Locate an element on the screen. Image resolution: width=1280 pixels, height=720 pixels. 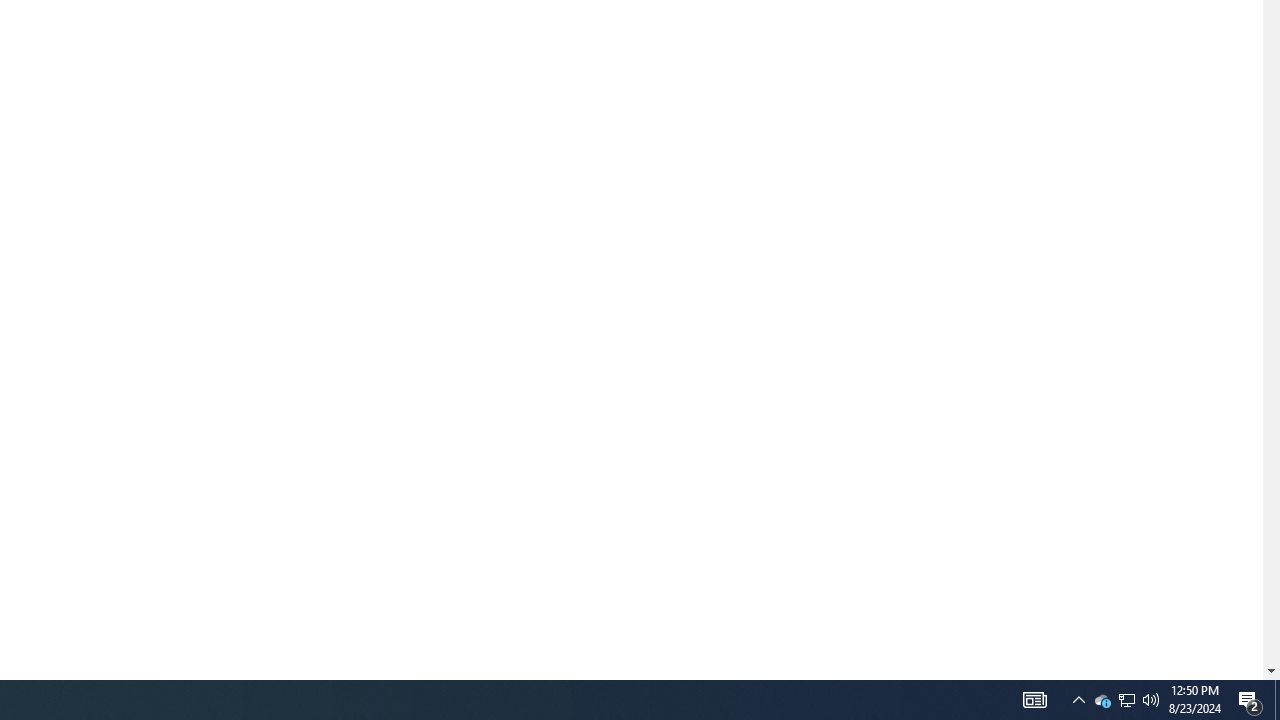
'Q2790: 100%' is located at coordinates (1127, 698).